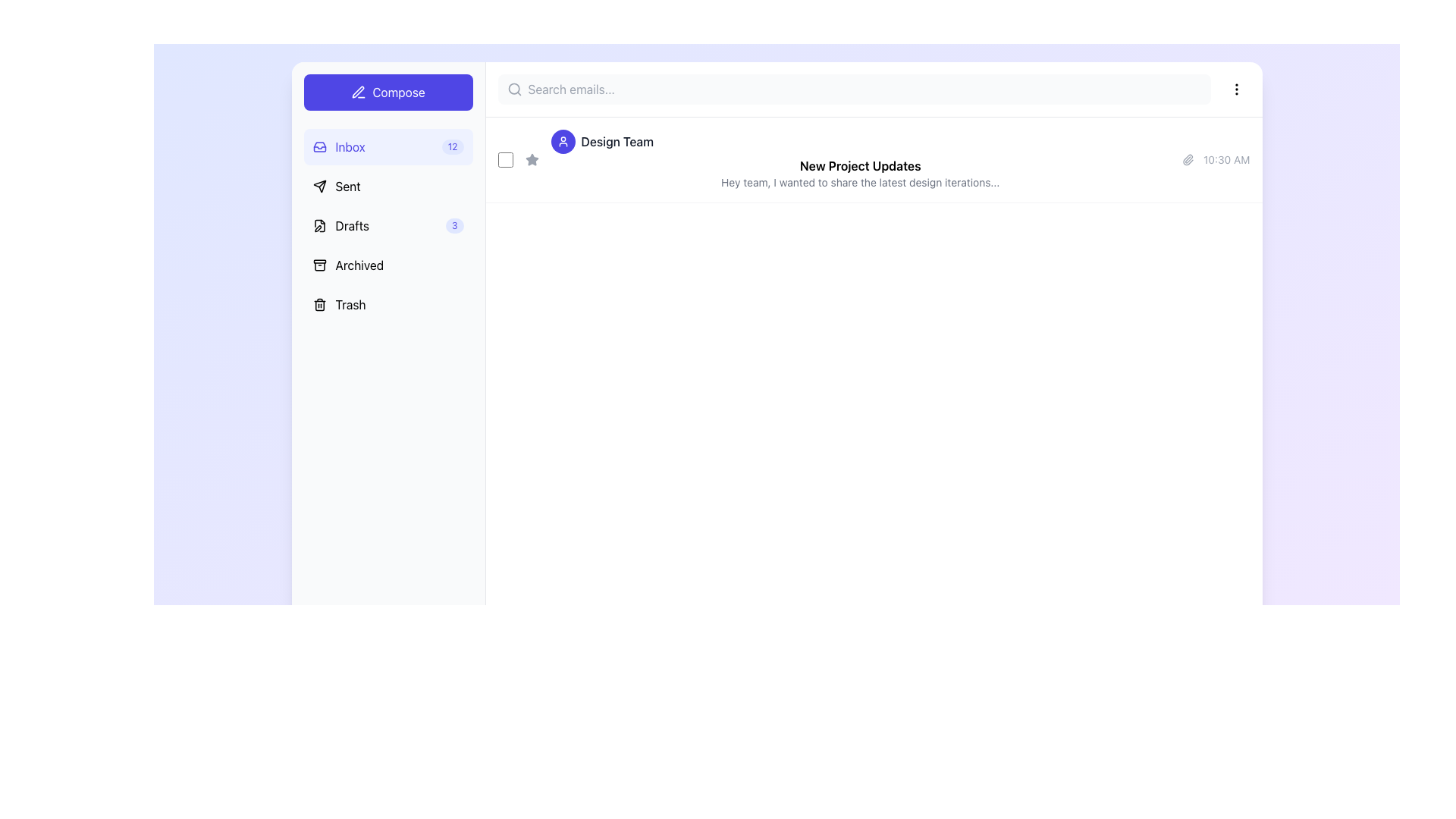 The image size is (1456, 819). I want to click on the 'Drafts' navigation menu item, which features bold black text and a file icon with a pen, located in the left sidebar below 'Sent' and above 'Archived', so click(340, 225).